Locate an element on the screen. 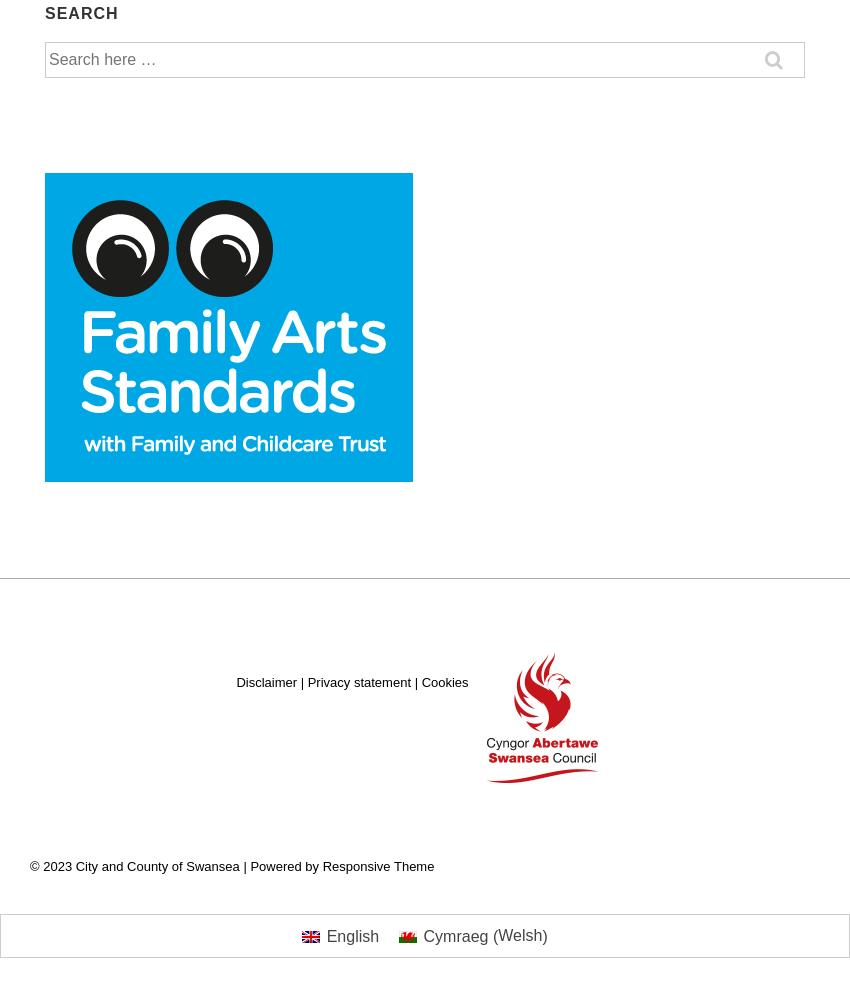 Image resolution: width=850 pixels, height=986 pixels. 'Cymraeg' is located at coordinates (454, 935).